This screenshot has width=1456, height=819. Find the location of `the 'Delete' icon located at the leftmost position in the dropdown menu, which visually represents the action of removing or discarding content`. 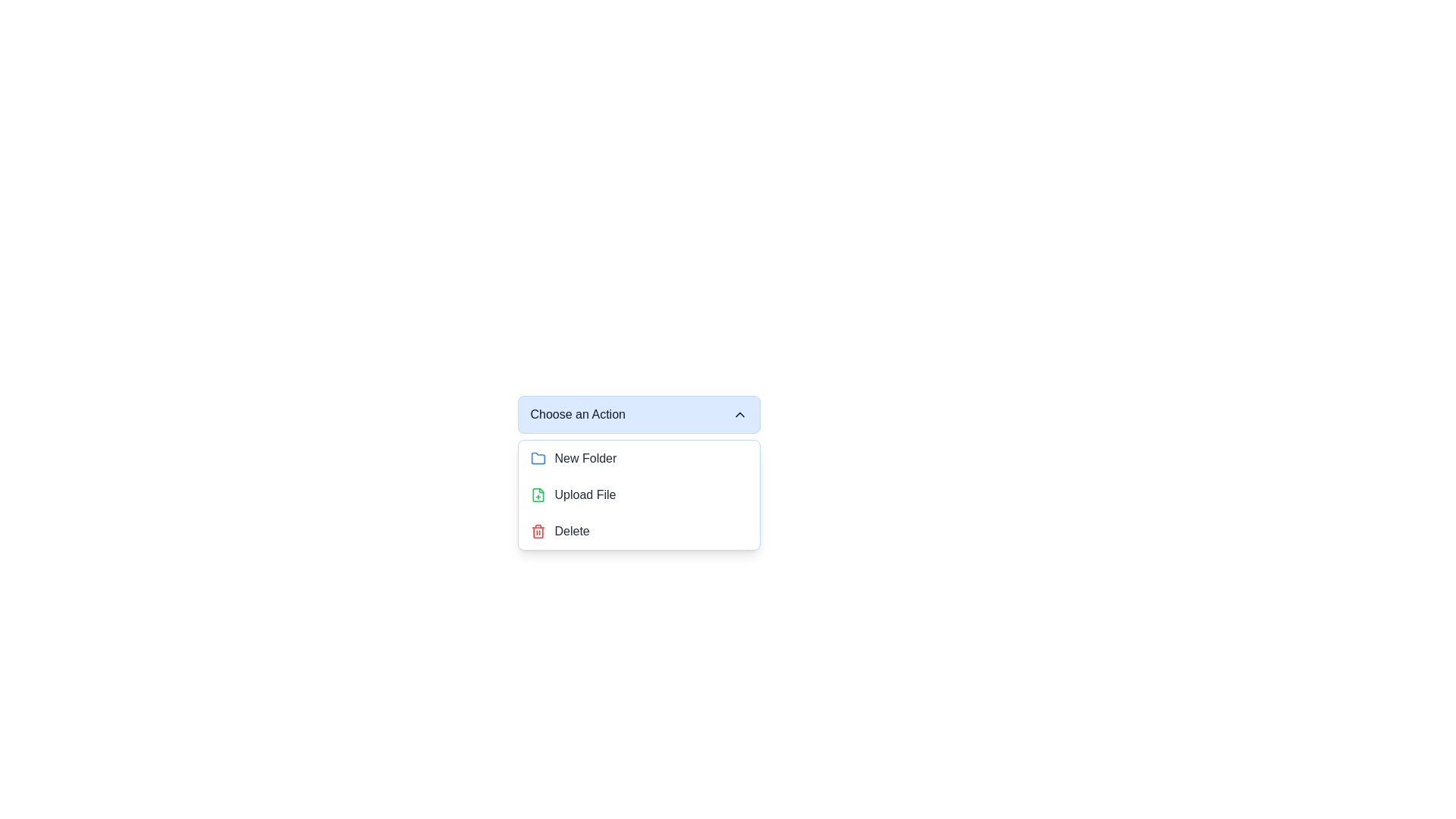

the 'Delete' icon located at the leftmost position in the dropdown menu, which visually represents the action of removing or discarding content is located at coordinates (538, 531).